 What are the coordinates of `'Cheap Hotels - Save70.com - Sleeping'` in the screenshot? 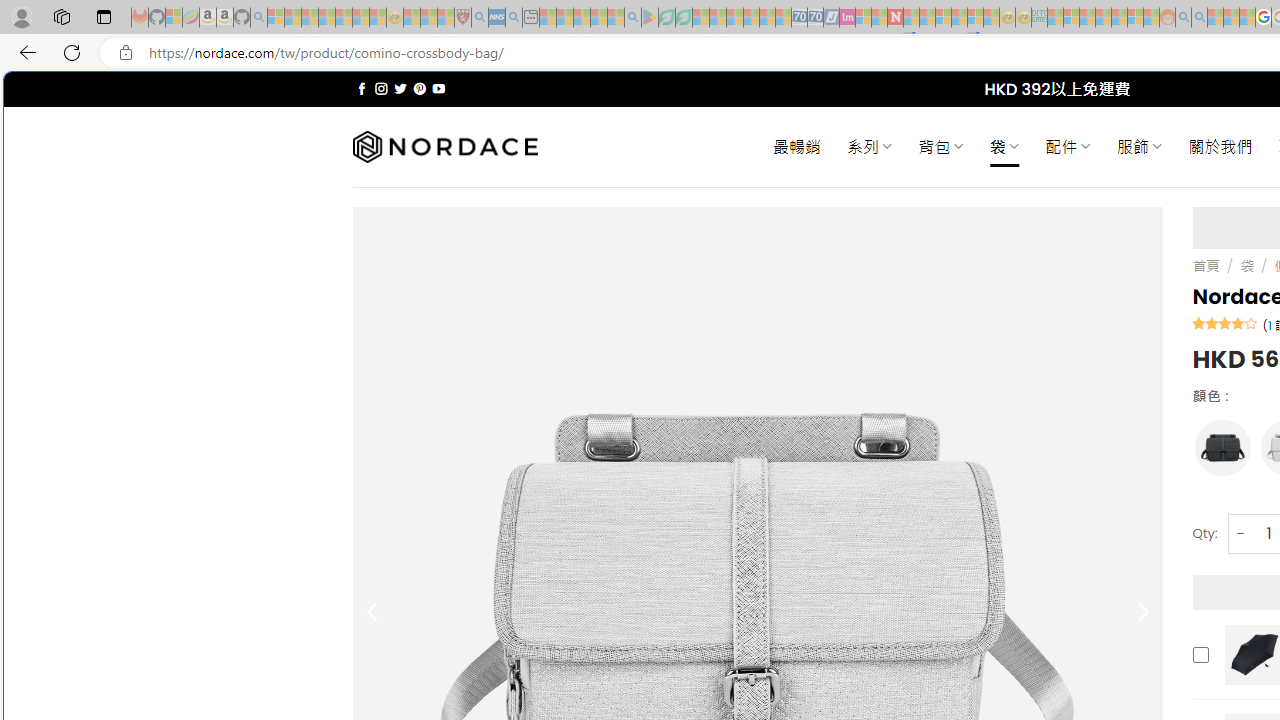 It's located at (815, 17).